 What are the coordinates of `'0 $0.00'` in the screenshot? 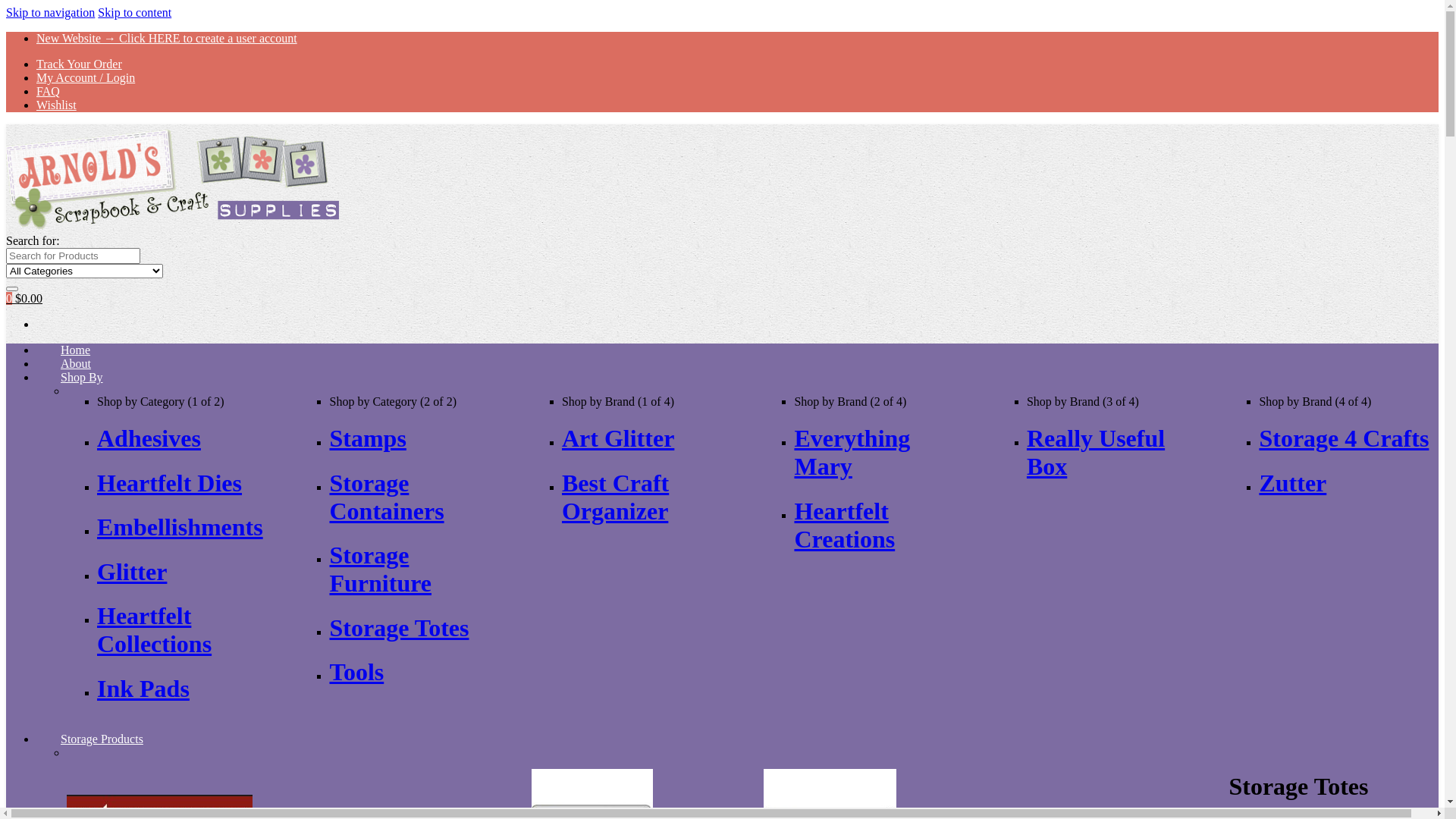 It's located at (24, 298).